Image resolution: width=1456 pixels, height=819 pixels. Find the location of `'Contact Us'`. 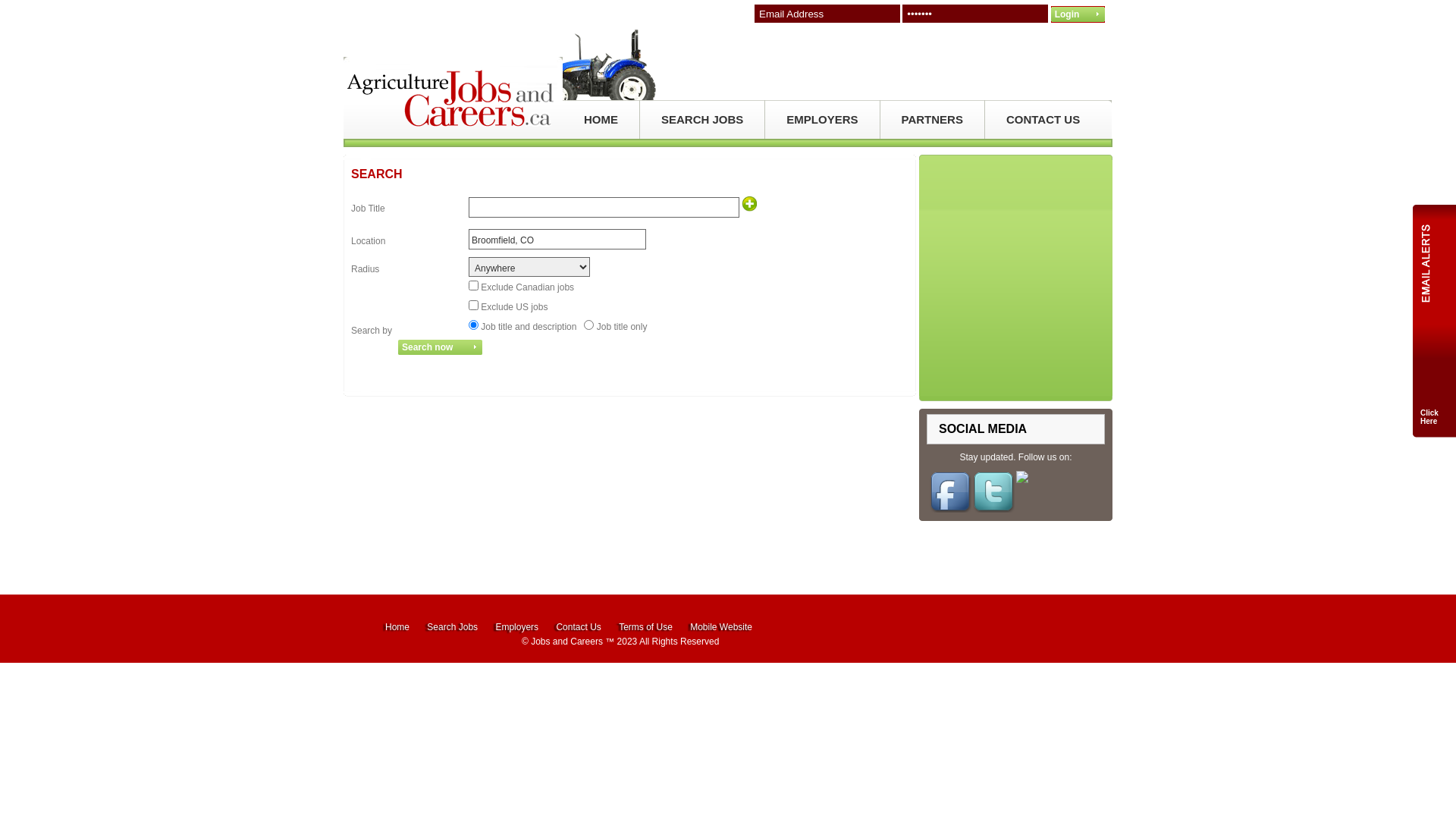

'Contact Us' is located at coordinates (577, 626).